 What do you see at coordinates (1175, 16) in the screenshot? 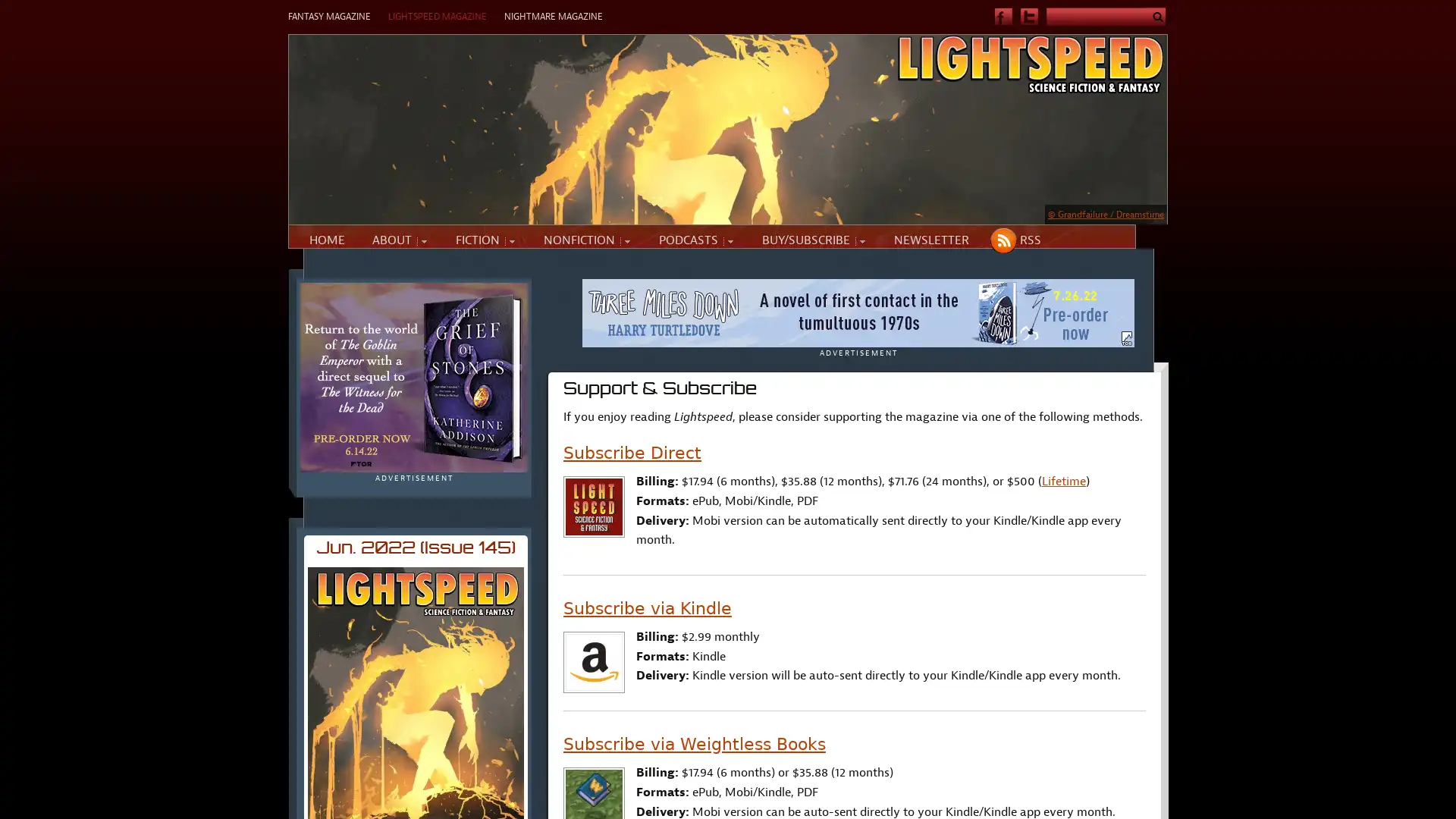
I see `Submit` at bounding box center [1175, 16].